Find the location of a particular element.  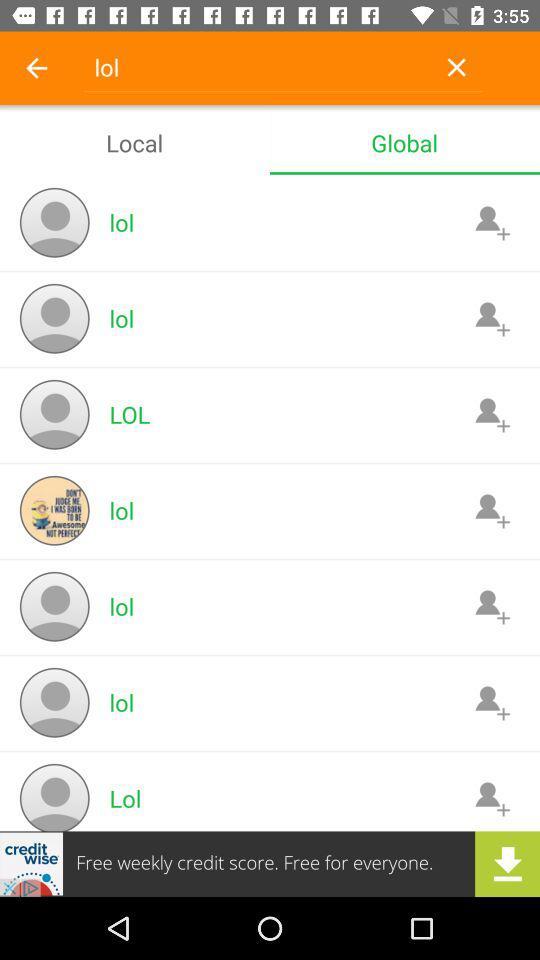

download the option is located at coordinates (270, 863).